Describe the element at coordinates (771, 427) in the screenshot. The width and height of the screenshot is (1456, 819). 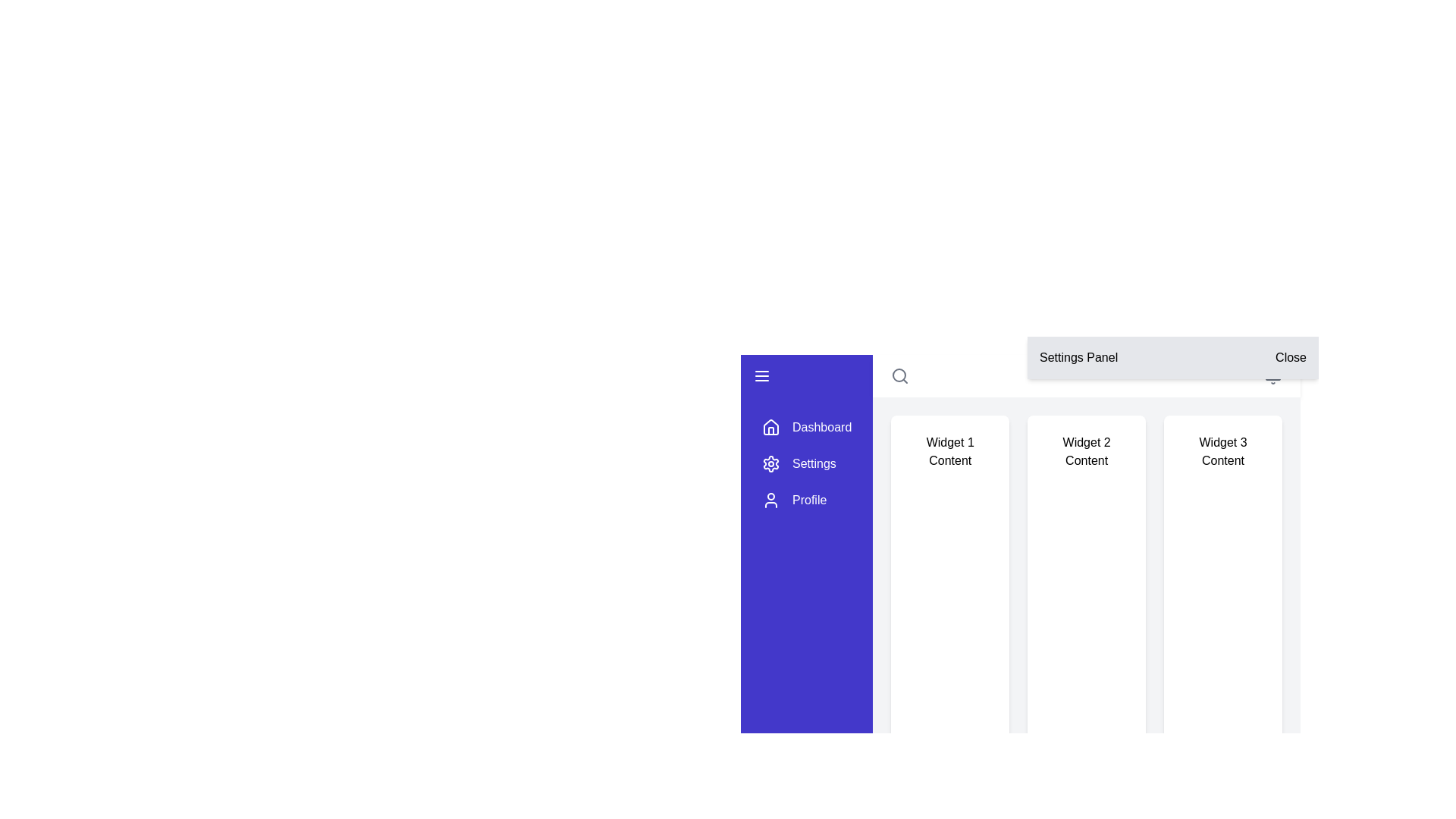
I see `the 'Dashboard' icon located in the upper-left corner of the blue sidebar, which is the first element in the item group, to the left of the text 'Dashboard'` at that location.